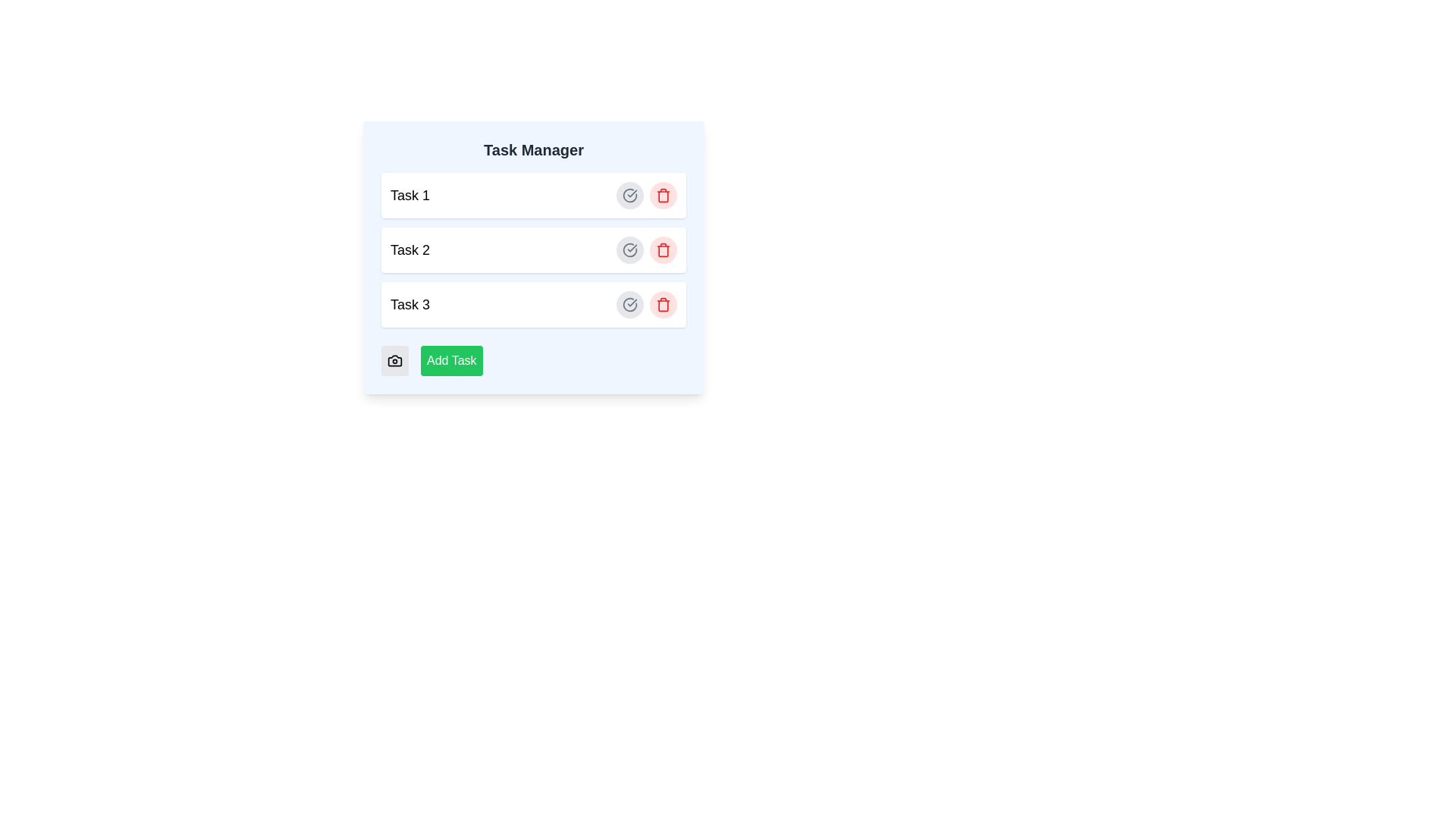 This screenshot has width=1456, height=819. I want to click on the camera-related feature button located at the bottom-left corner of the 'Task Manager' interface, so click(395, 360).